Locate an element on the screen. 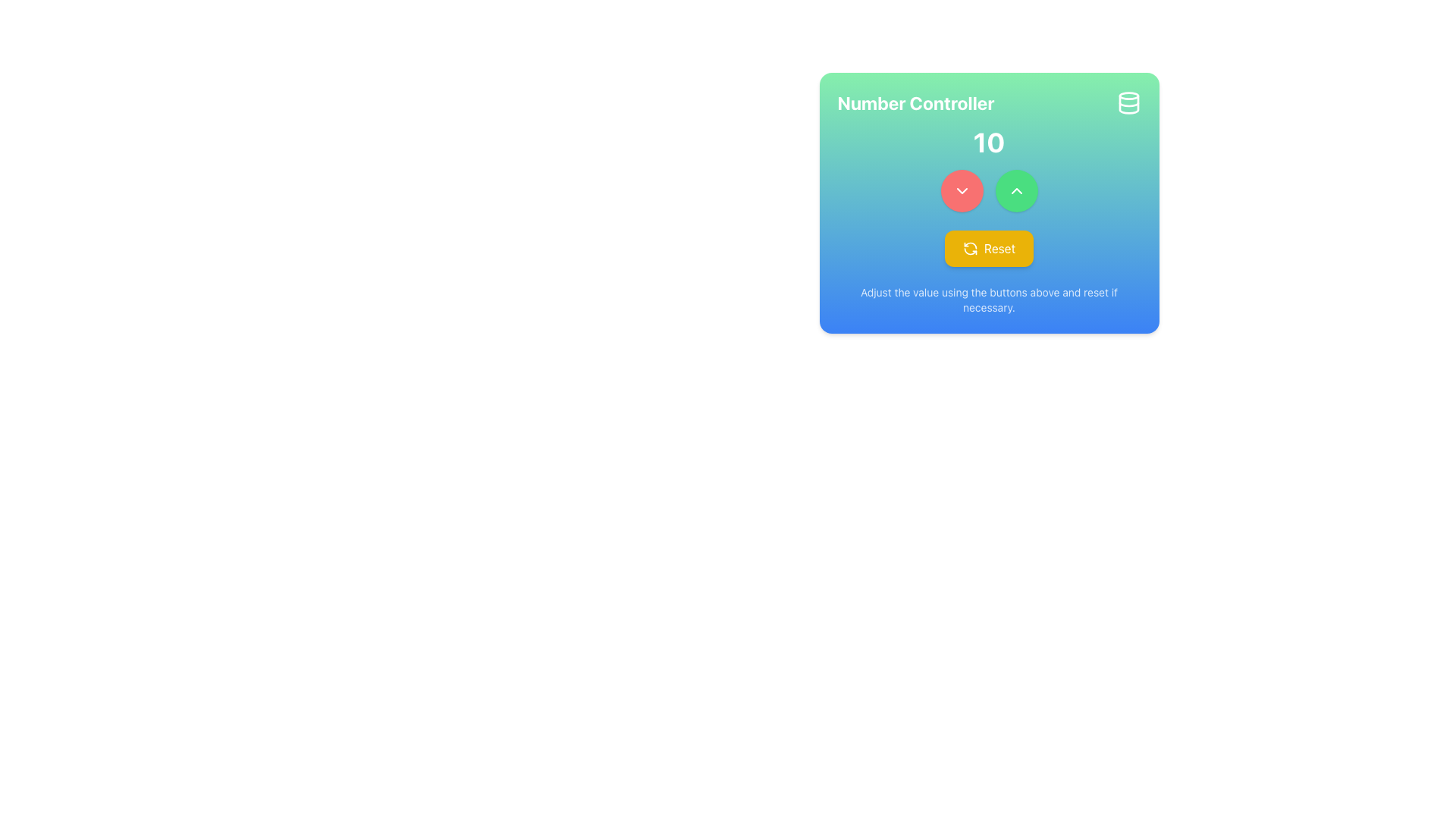 This screenshot has width=1456, height=819. the button that decreases the displayed number, identified by its downward-pointing chevron icon, which is located on the left side of two similar buttons beneath the numeric value display ('10') is located at coordinates (961, 190).